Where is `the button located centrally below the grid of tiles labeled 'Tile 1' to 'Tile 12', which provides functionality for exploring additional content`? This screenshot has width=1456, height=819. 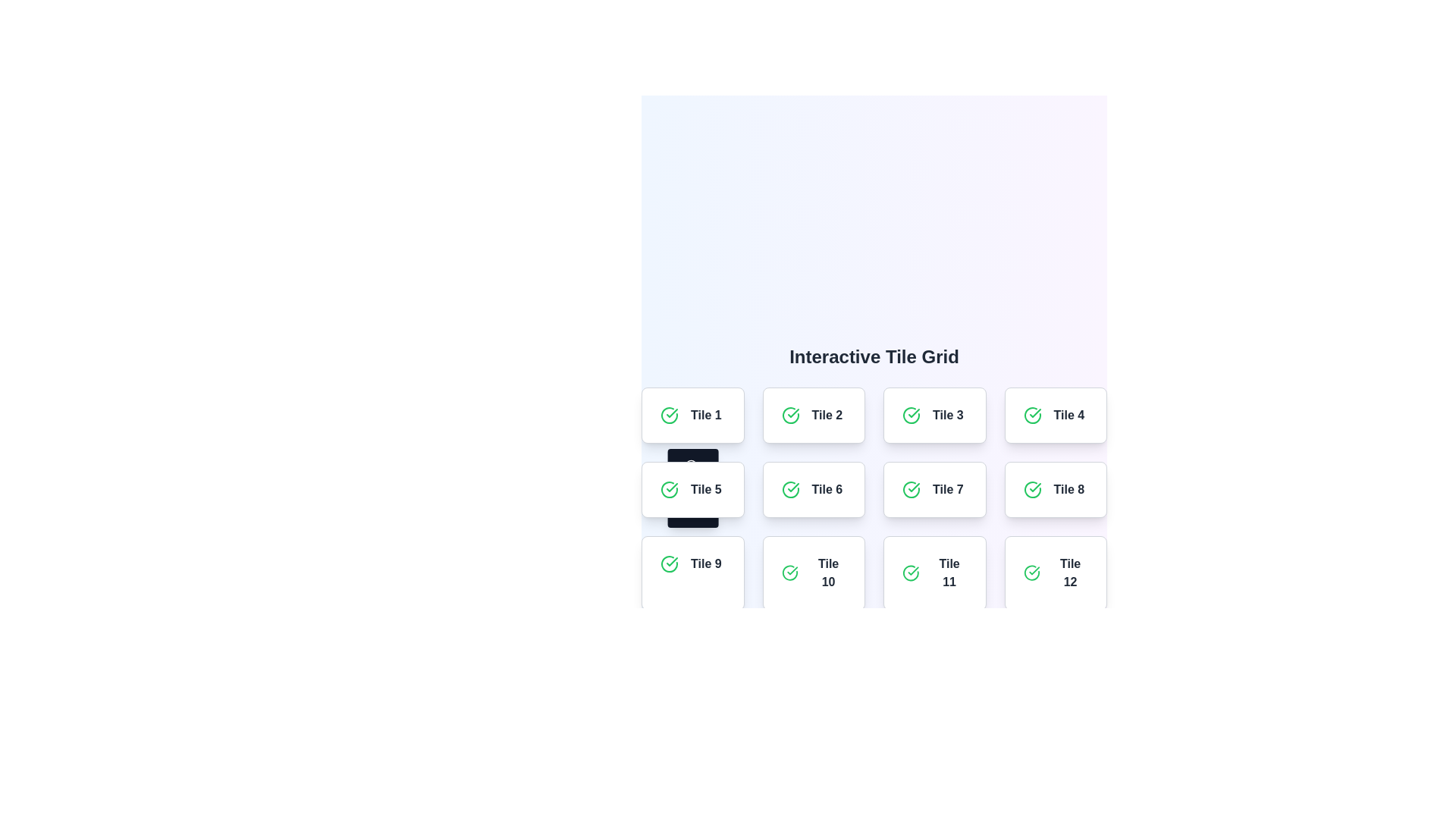 the button located centrally below the grid of tiles labeled 'Tile 1' to 'Tile 12', which provides functionality for exploring additional content is located at coordinates (874, 648).